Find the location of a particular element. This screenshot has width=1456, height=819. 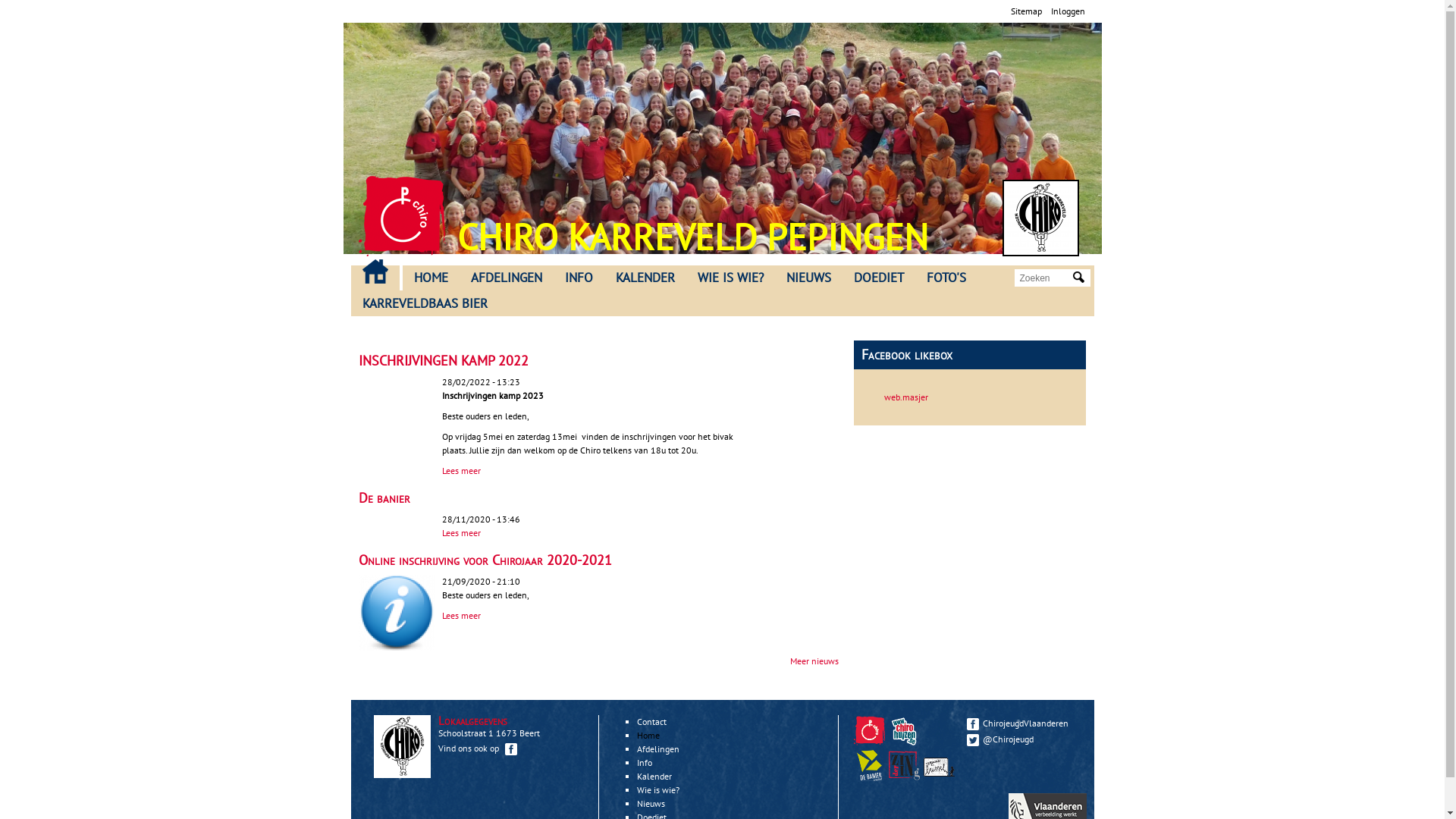

'Geef de woorden op waarnaar u wilt zoeken.' is located at coordinates (1043, 278).